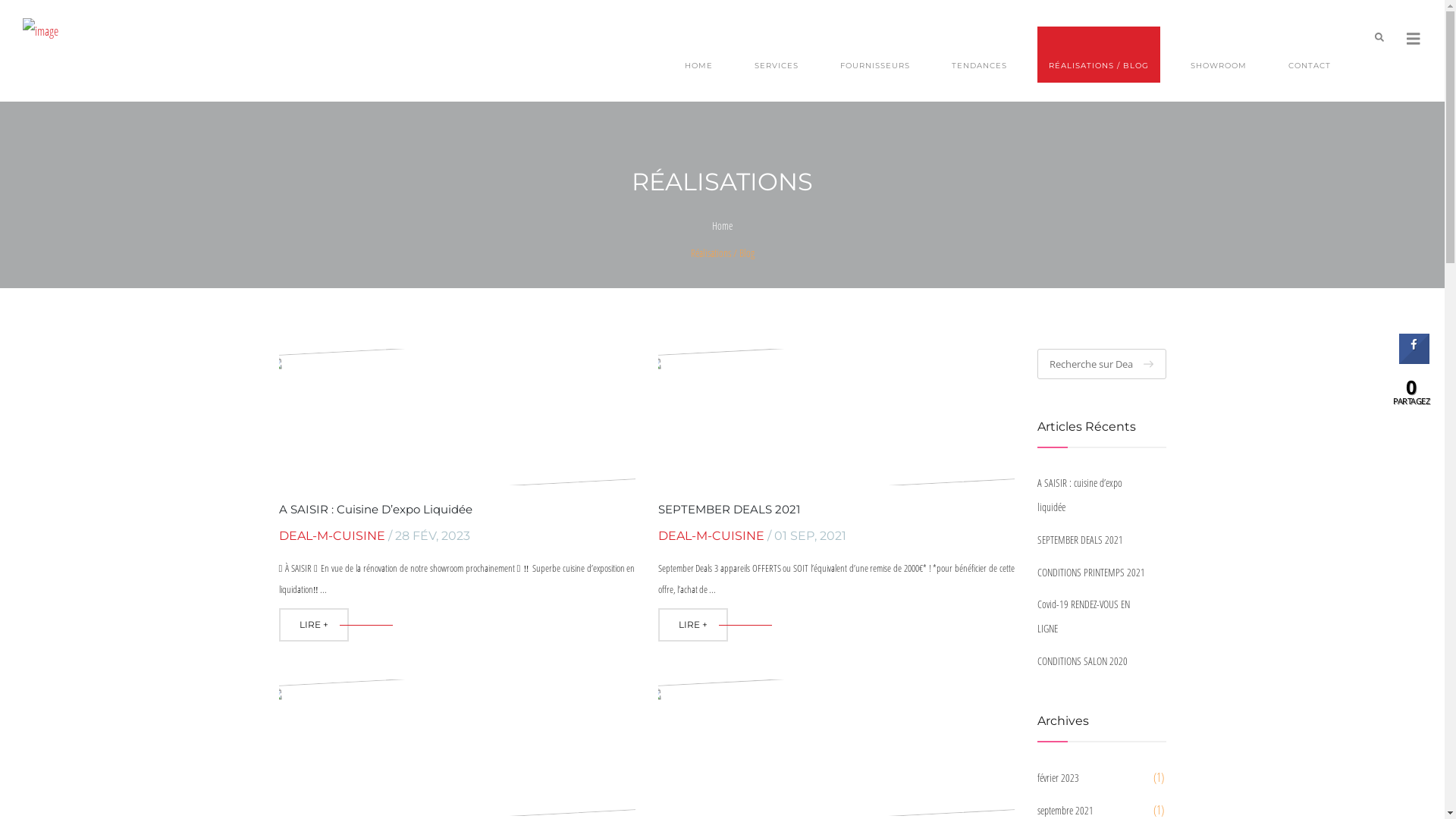  I want to click on 'FOURNISSEURS', so click(874, 54).